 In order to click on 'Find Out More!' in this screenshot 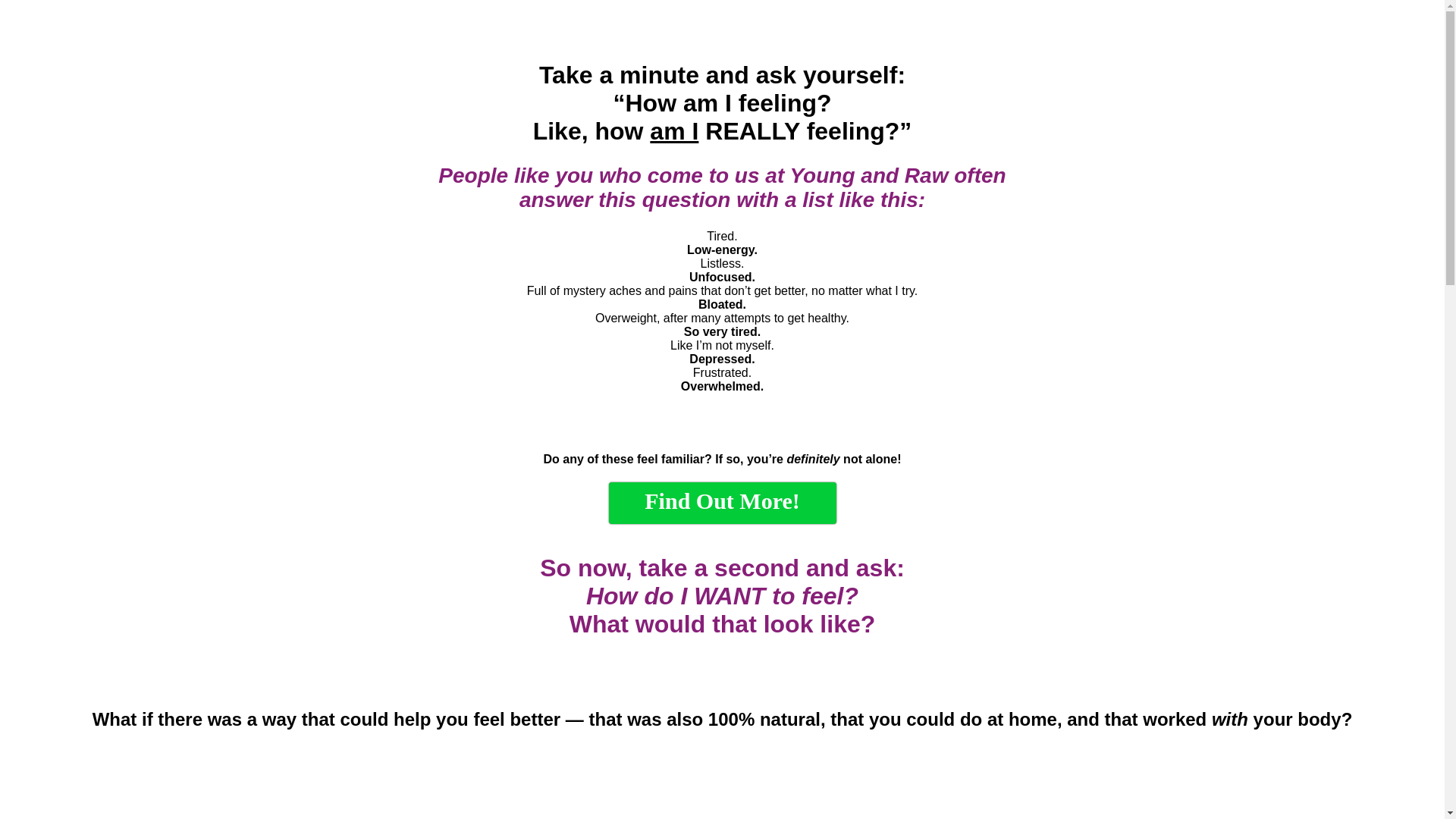, I will do `click(720, 503)`.